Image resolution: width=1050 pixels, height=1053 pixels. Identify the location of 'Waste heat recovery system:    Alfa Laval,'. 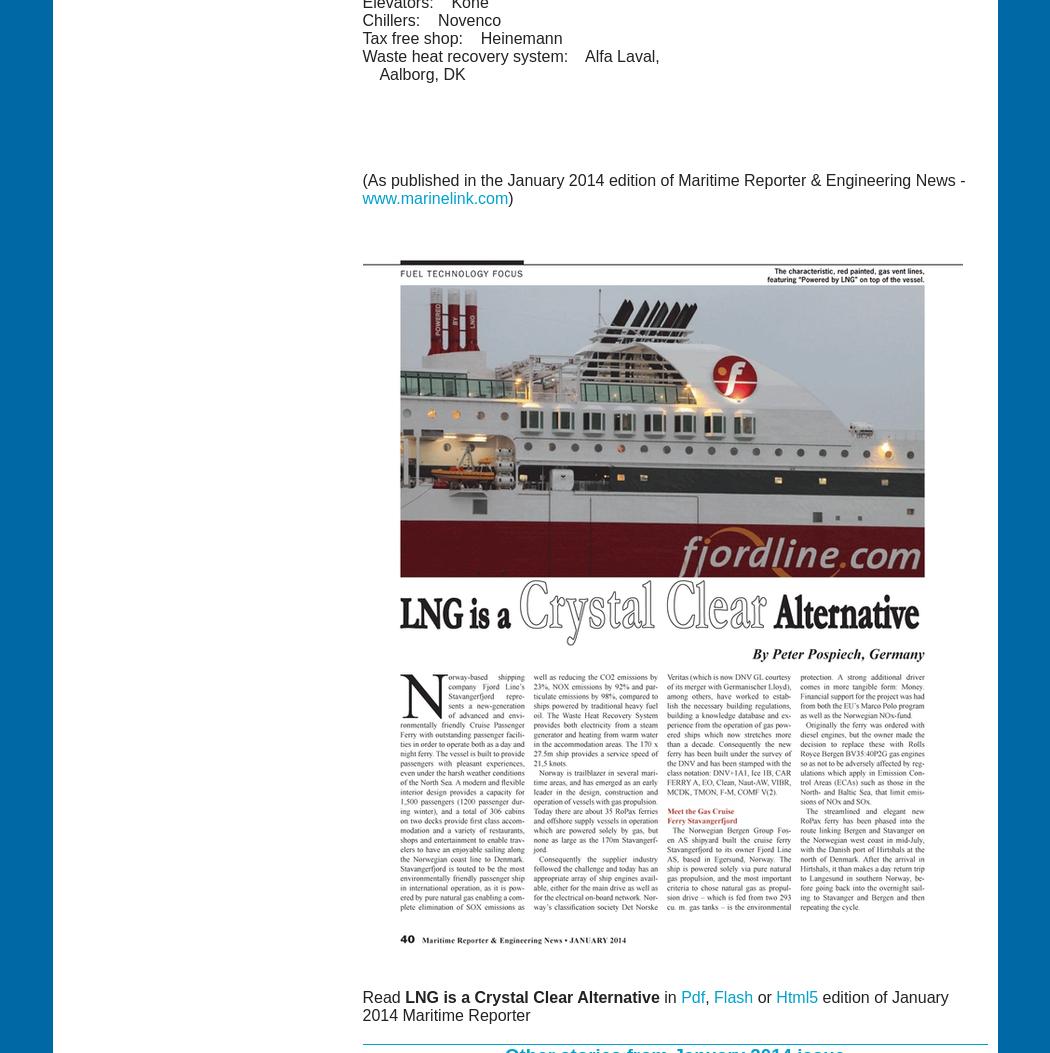
(509, 54).